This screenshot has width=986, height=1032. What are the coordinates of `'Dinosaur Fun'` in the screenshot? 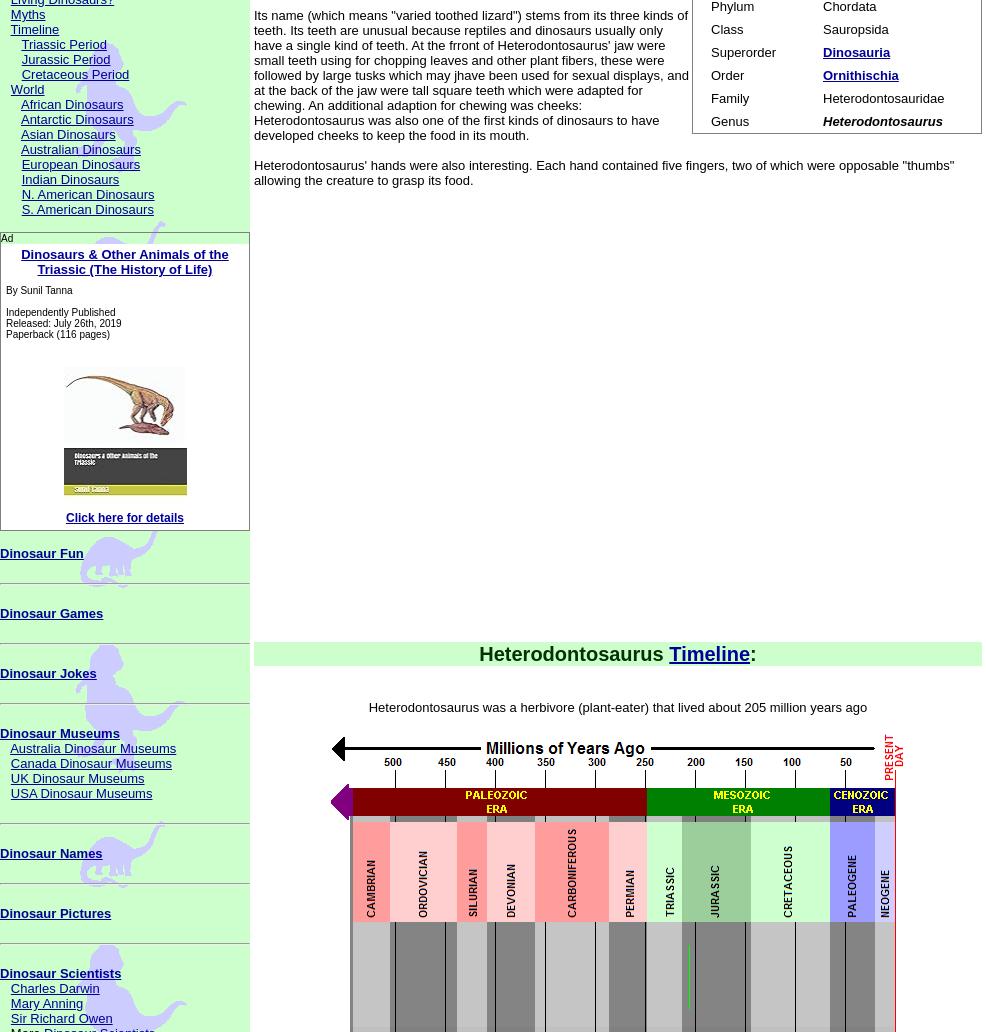 It's located at (0, 553).